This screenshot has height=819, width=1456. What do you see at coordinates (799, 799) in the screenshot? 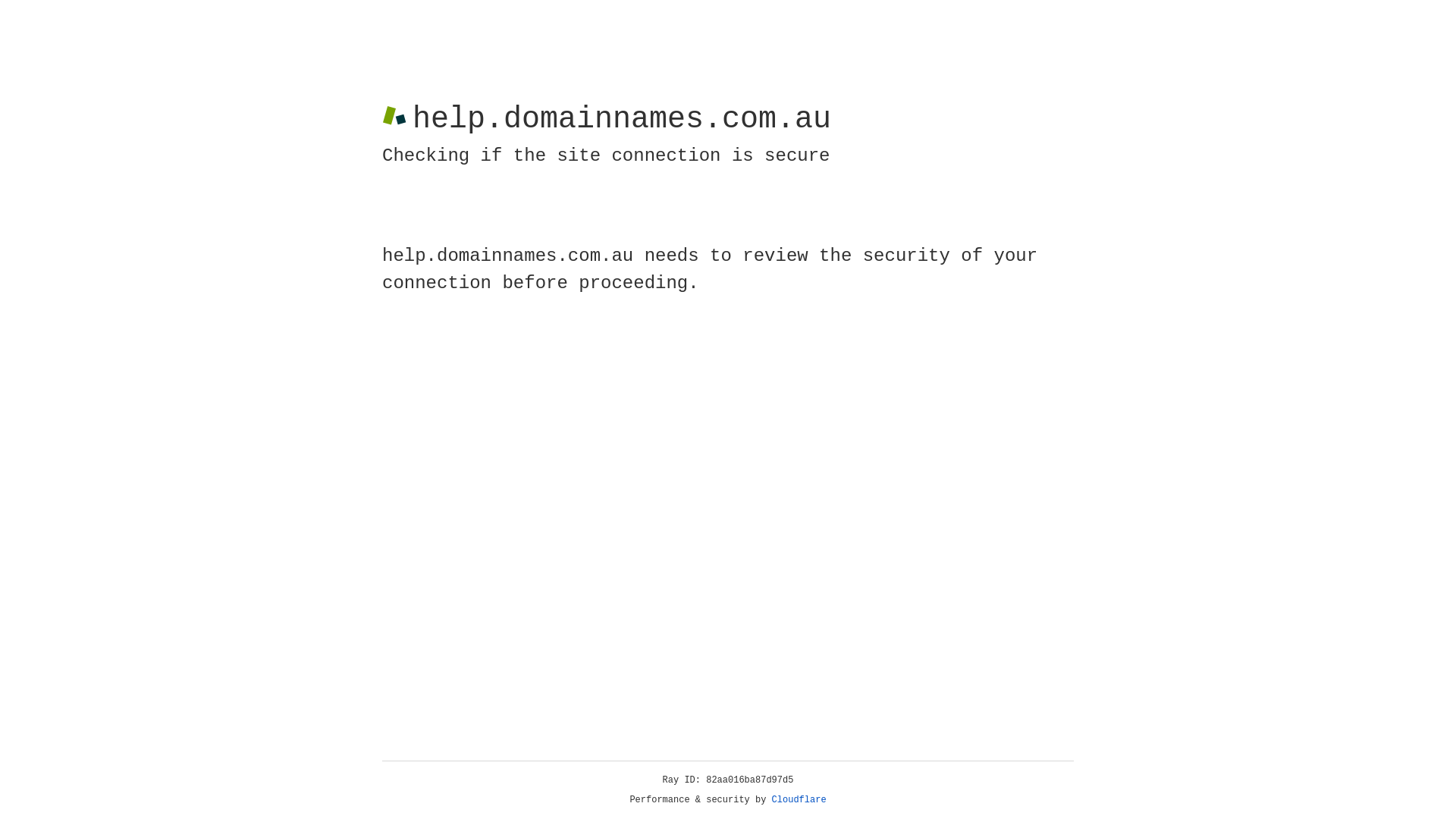
I see `'Cloudflare'` at bounding box center [799, 799].